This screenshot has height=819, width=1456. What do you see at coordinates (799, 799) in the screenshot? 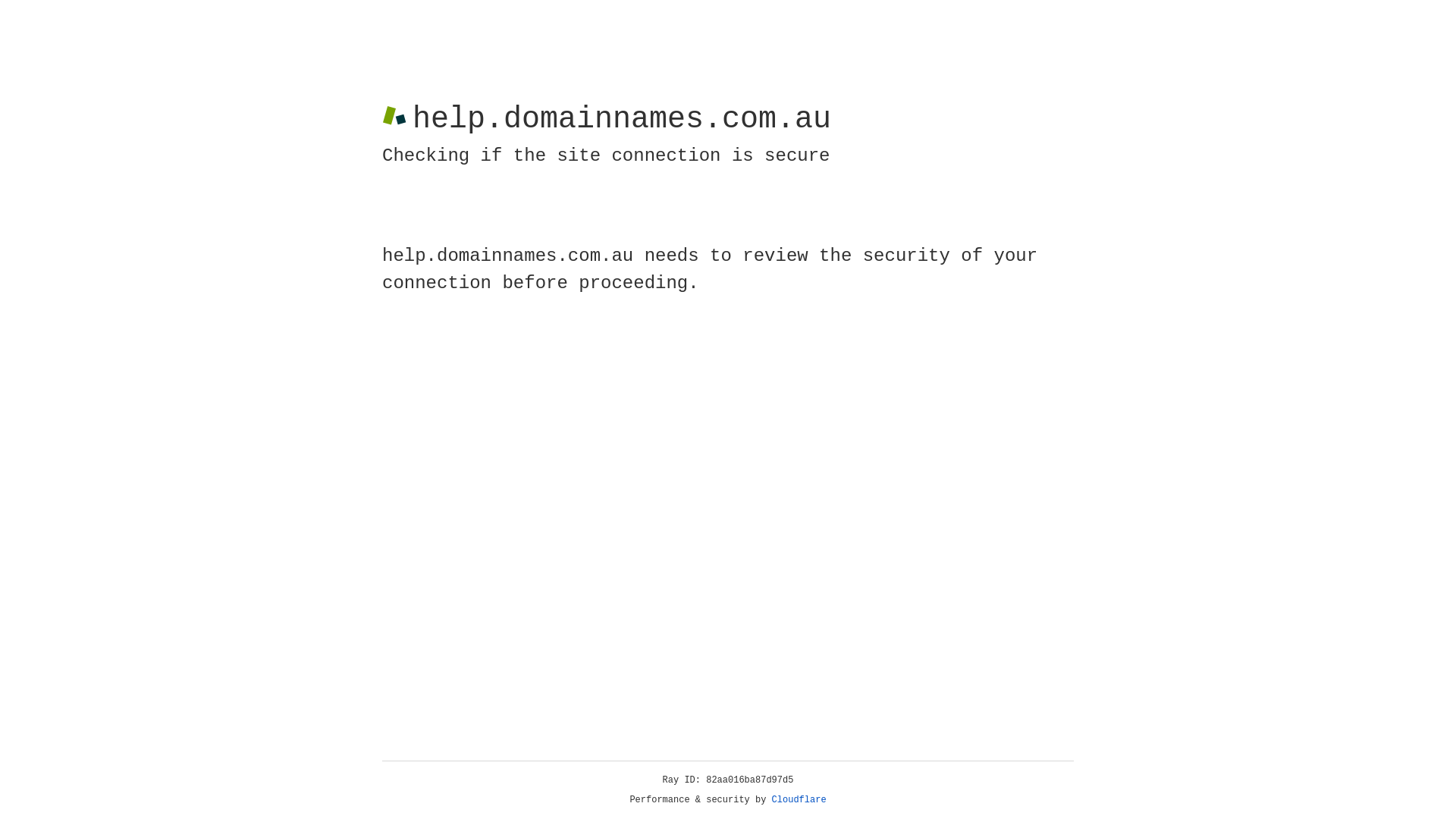
I see `'Cloudflare'` at bounding box center [799, 799].